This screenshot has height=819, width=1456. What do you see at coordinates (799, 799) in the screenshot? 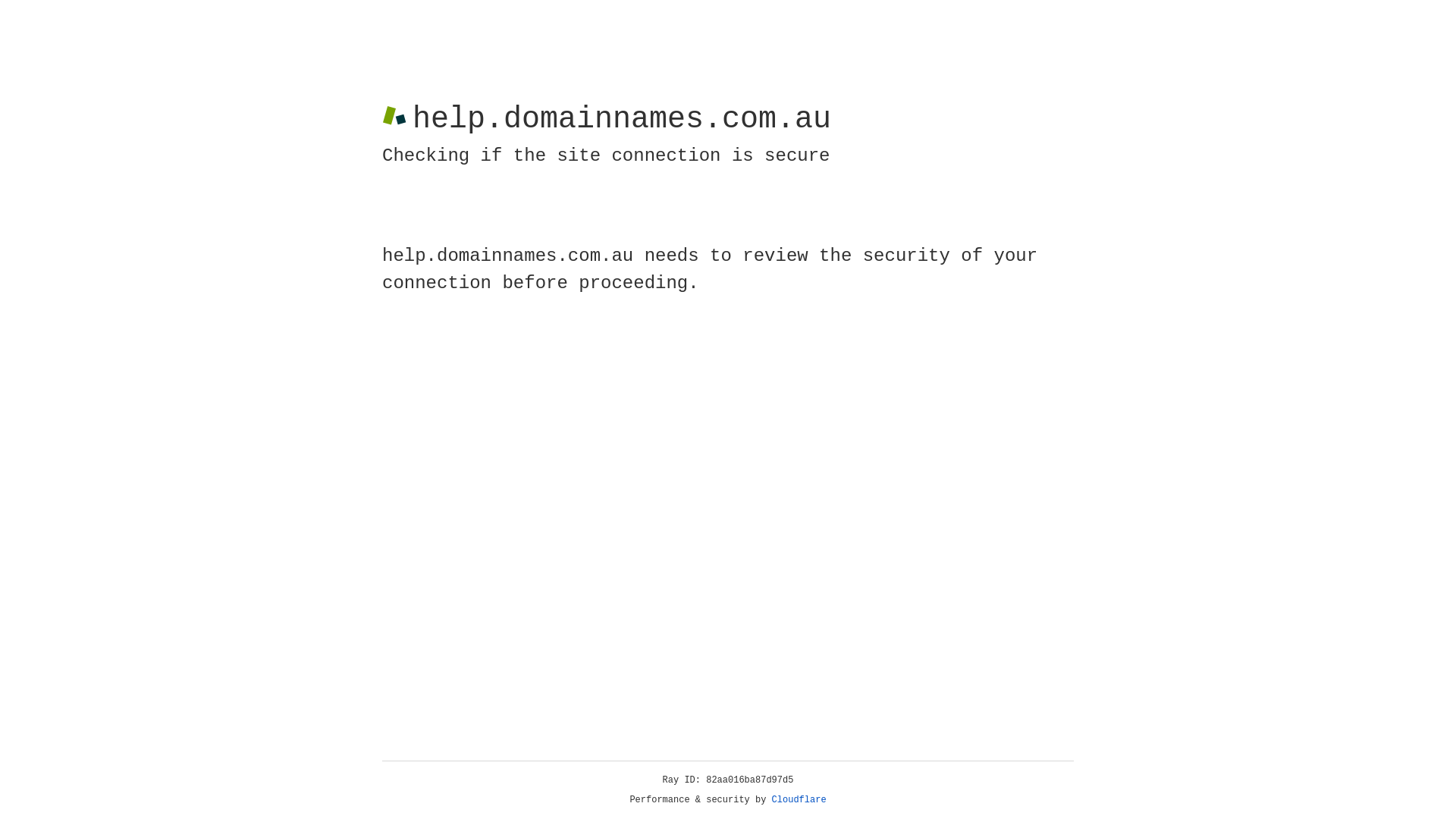
I see `'Cloudflare'` at bounding box center [799, 799].